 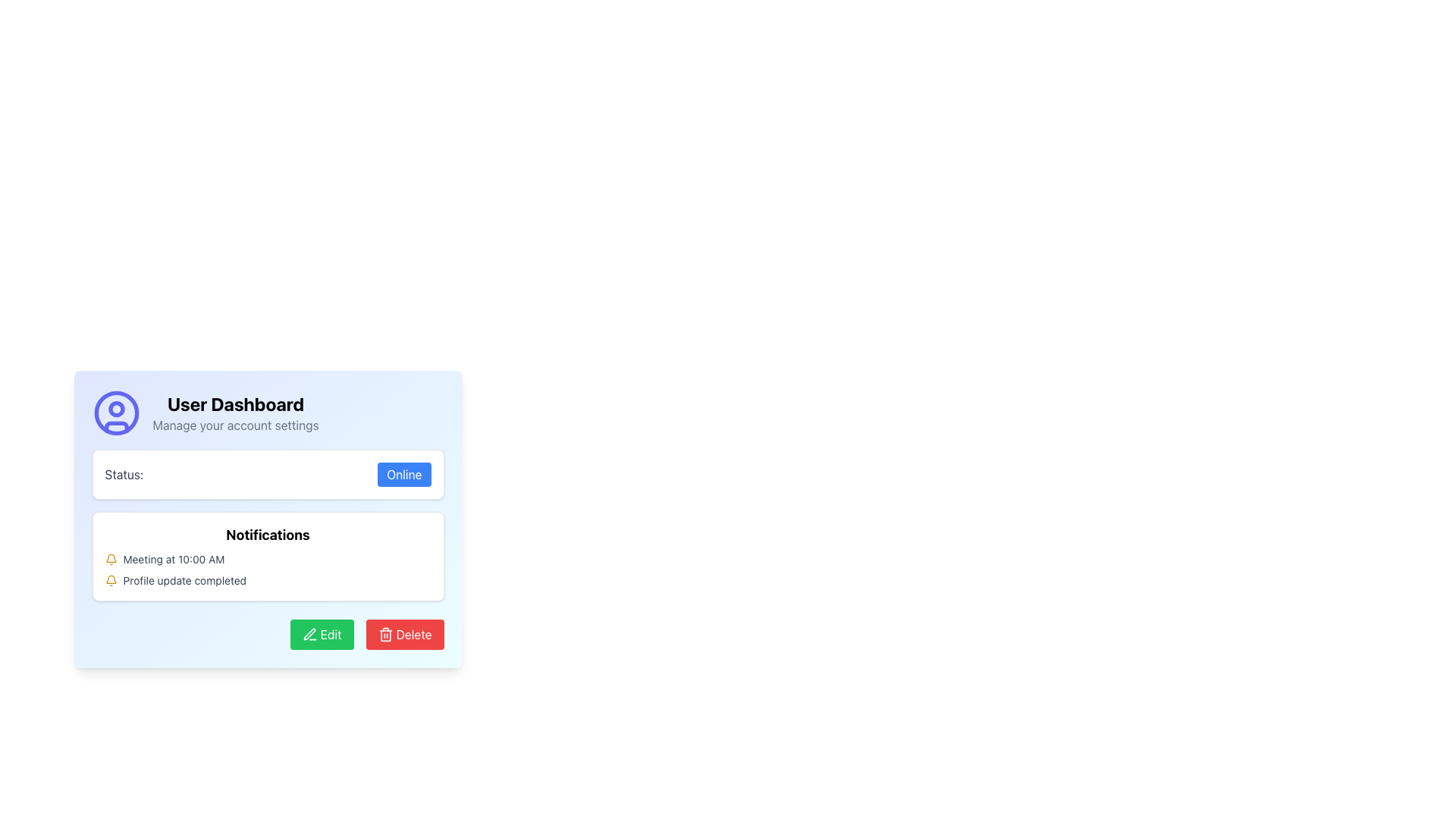 What do you see at coordinates (115, 413) in the screenshot?
I see `the user profile avatar icon located towards the top left of the dashboard interface, adjacent to the 'User Dashboard' title` at bounding box center [115, 413].